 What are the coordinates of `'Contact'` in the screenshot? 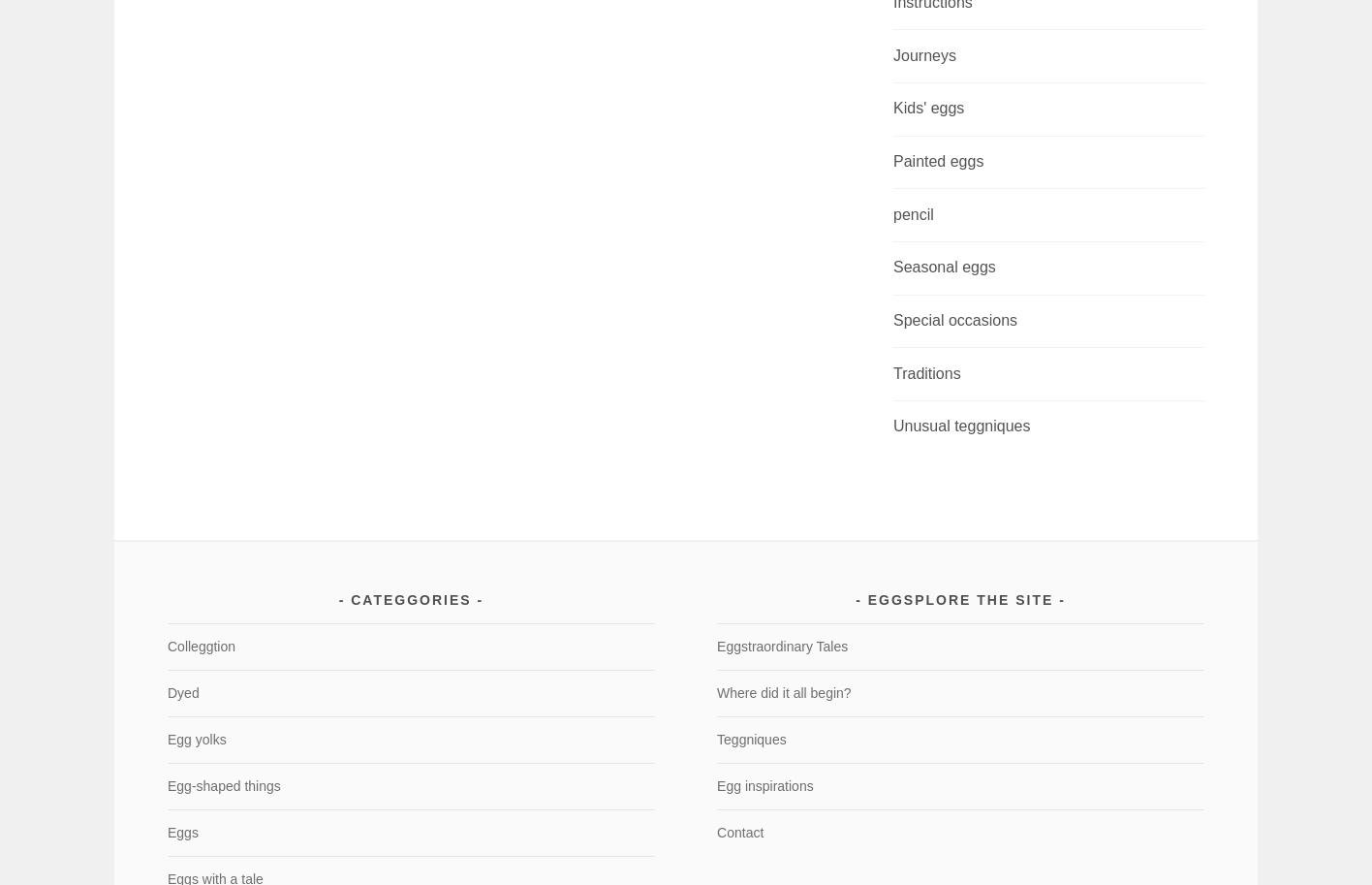 It's located at (739, 832).